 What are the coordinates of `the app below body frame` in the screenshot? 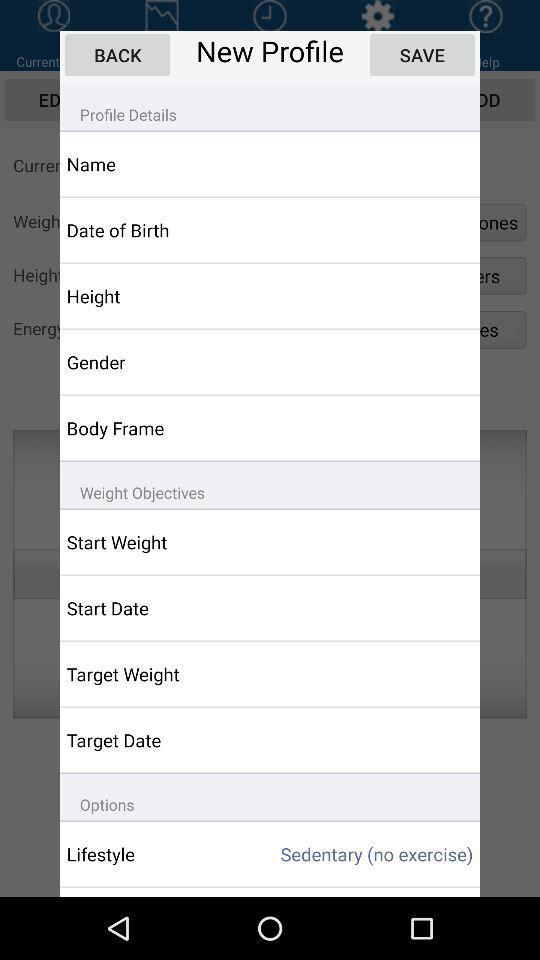 It's located at (270, 484).